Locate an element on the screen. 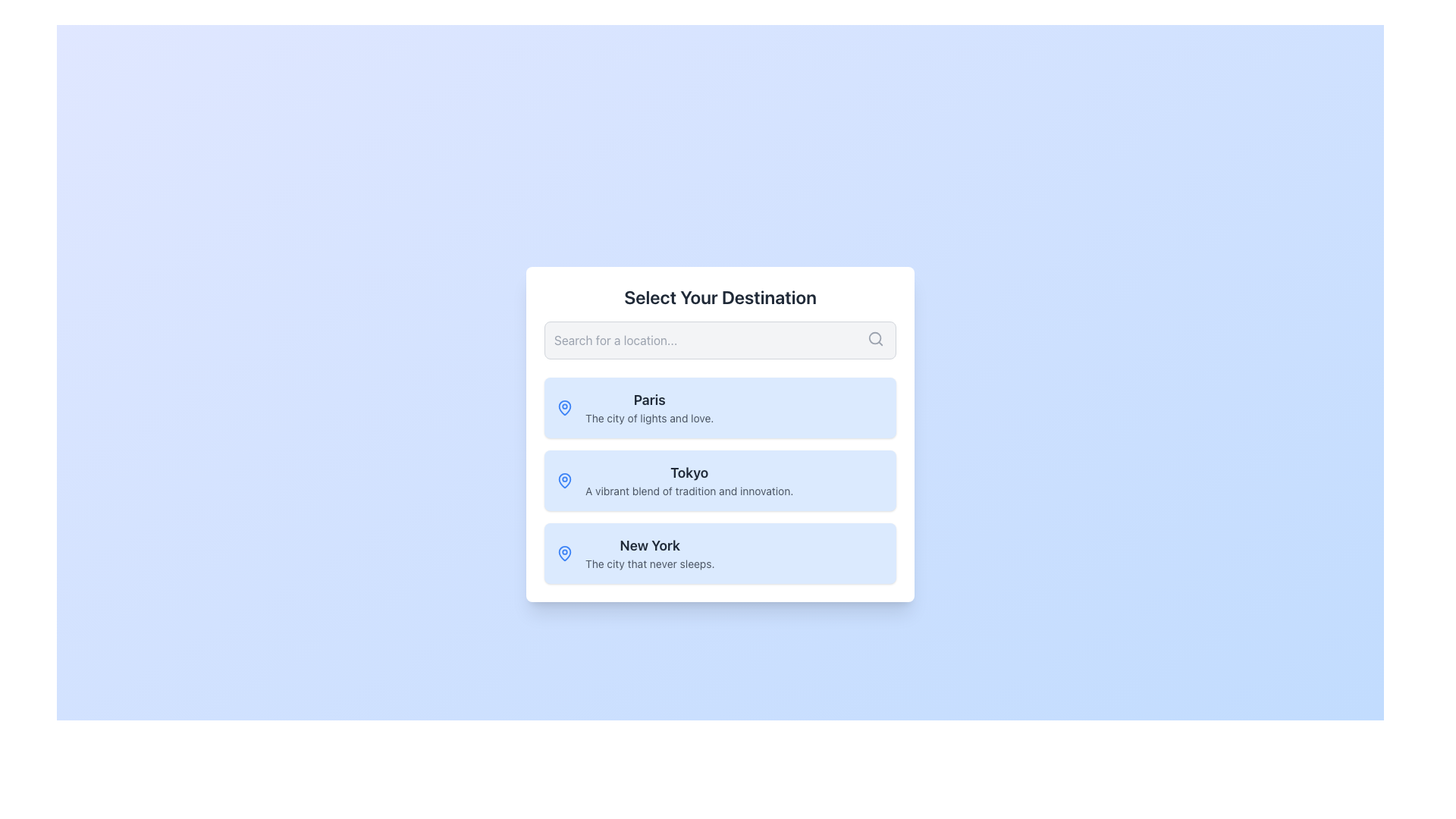 The width and height of the screenshot is (1456, 819). the selectable option for 'Paris' in the destination selection menu is located at coordinates (649, 406).